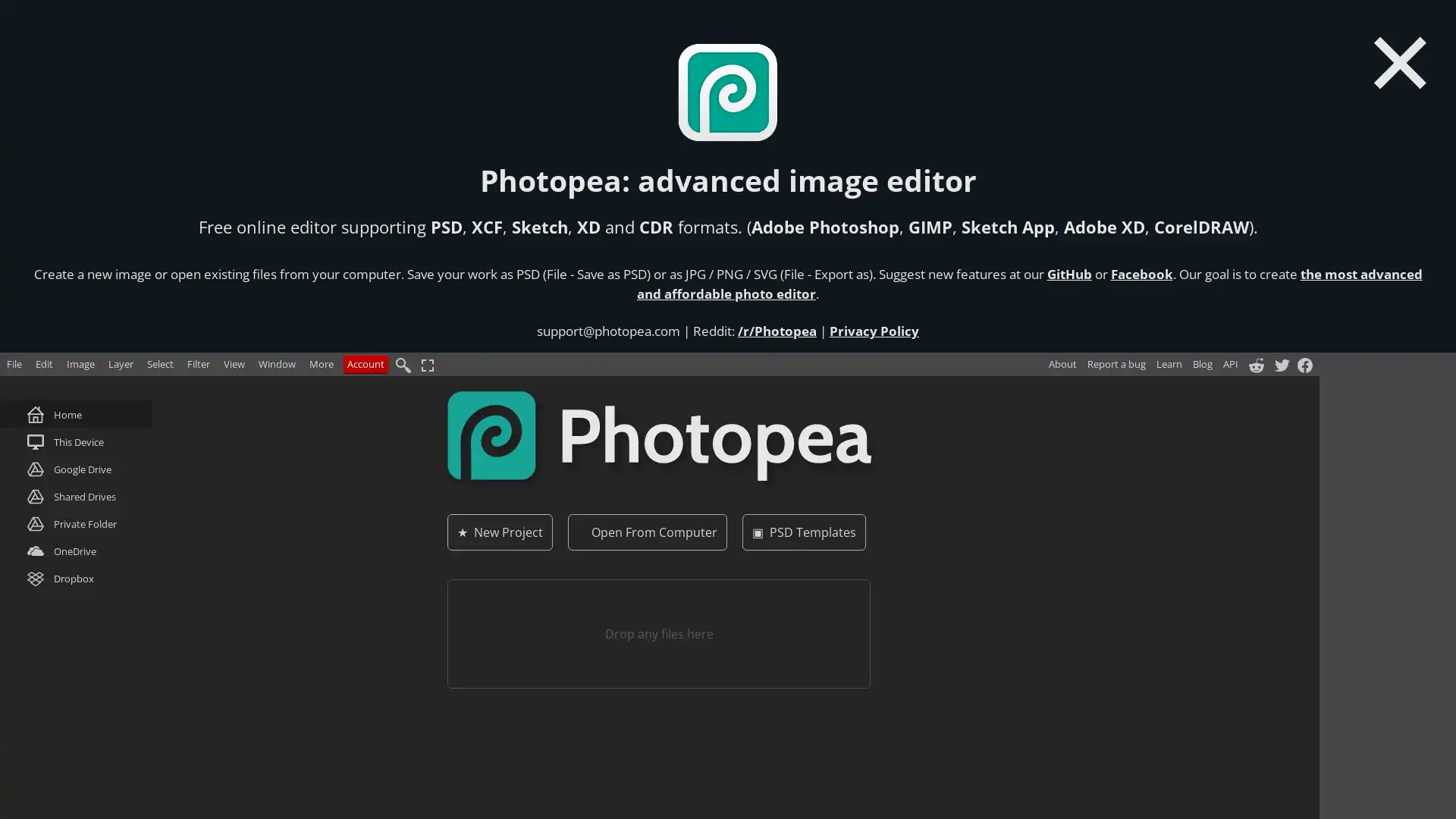  What do you see at coordinates (120, 11) in the screenshot?
I see `Layer` at bounding box center [120, 11].